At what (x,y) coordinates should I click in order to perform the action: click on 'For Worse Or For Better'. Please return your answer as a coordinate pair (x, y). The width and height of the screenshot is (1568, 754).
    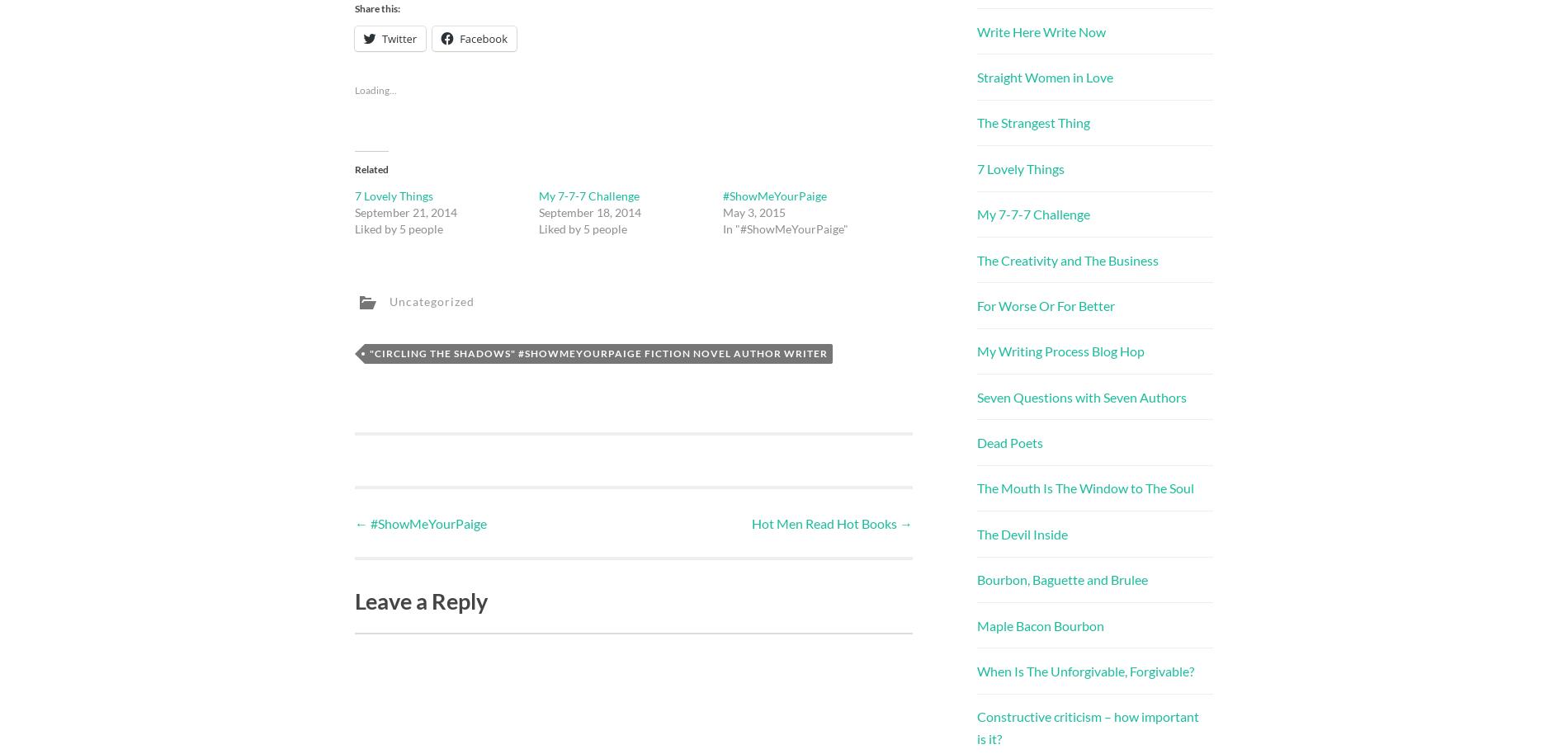
    Looking at the image, I should click on (1045, 304).